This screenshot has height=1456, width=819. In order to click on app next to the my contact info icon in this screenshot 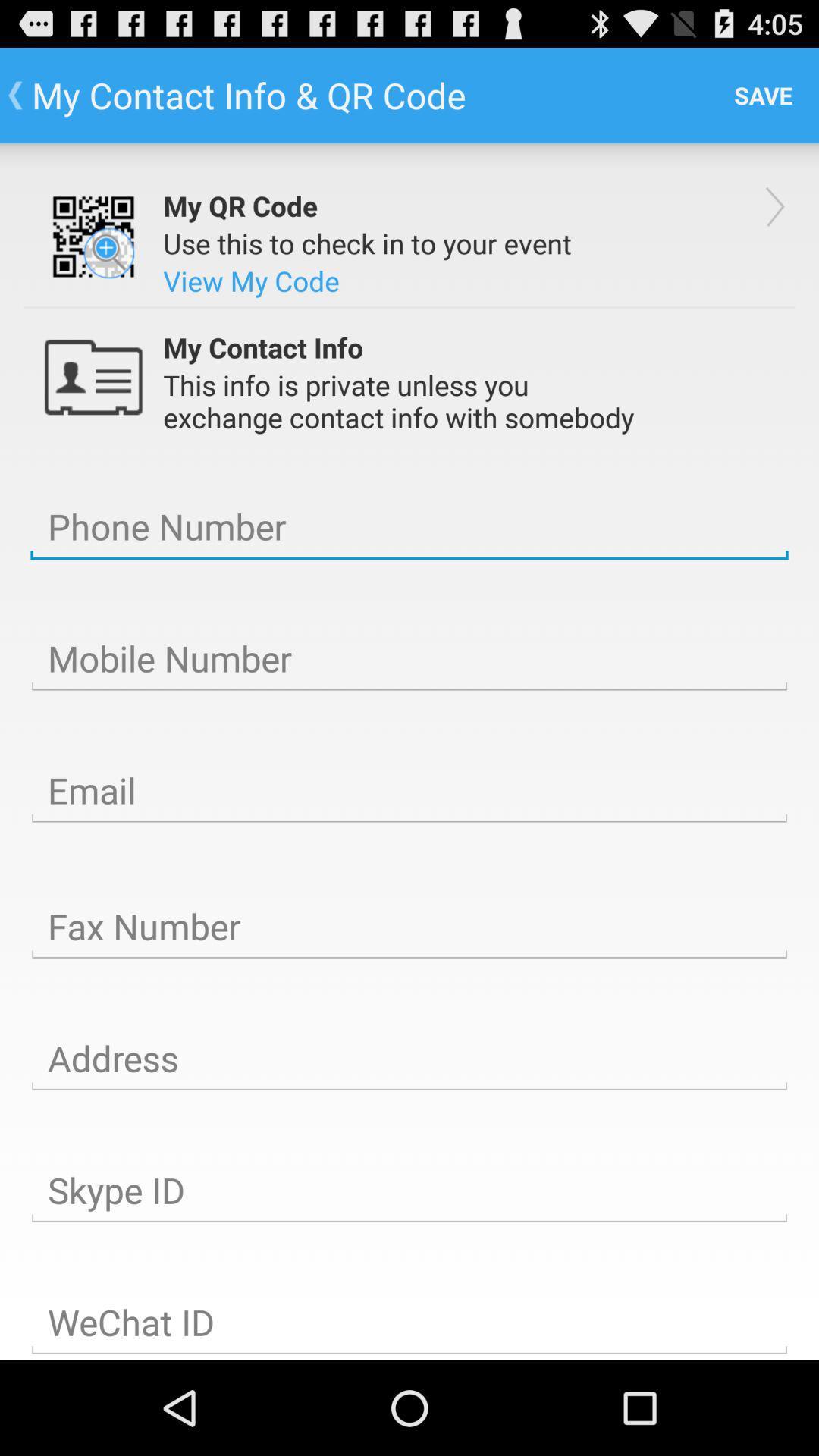, I will do `click(763, 94)`.